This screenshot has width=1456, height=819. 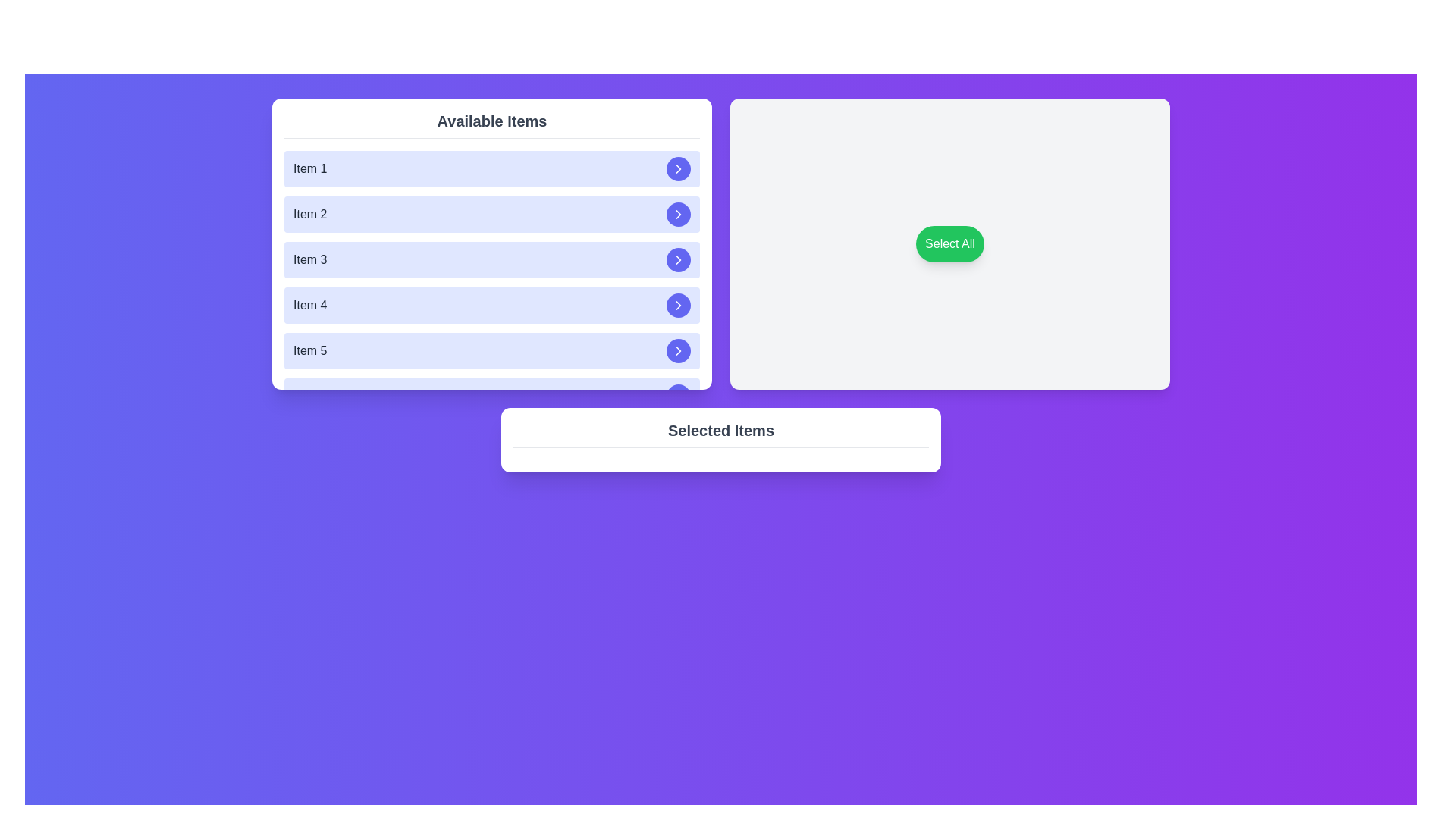 I want to click on the 'Select All' button located centrally in the right-hand section of the interface, so click(x=949, y=243).